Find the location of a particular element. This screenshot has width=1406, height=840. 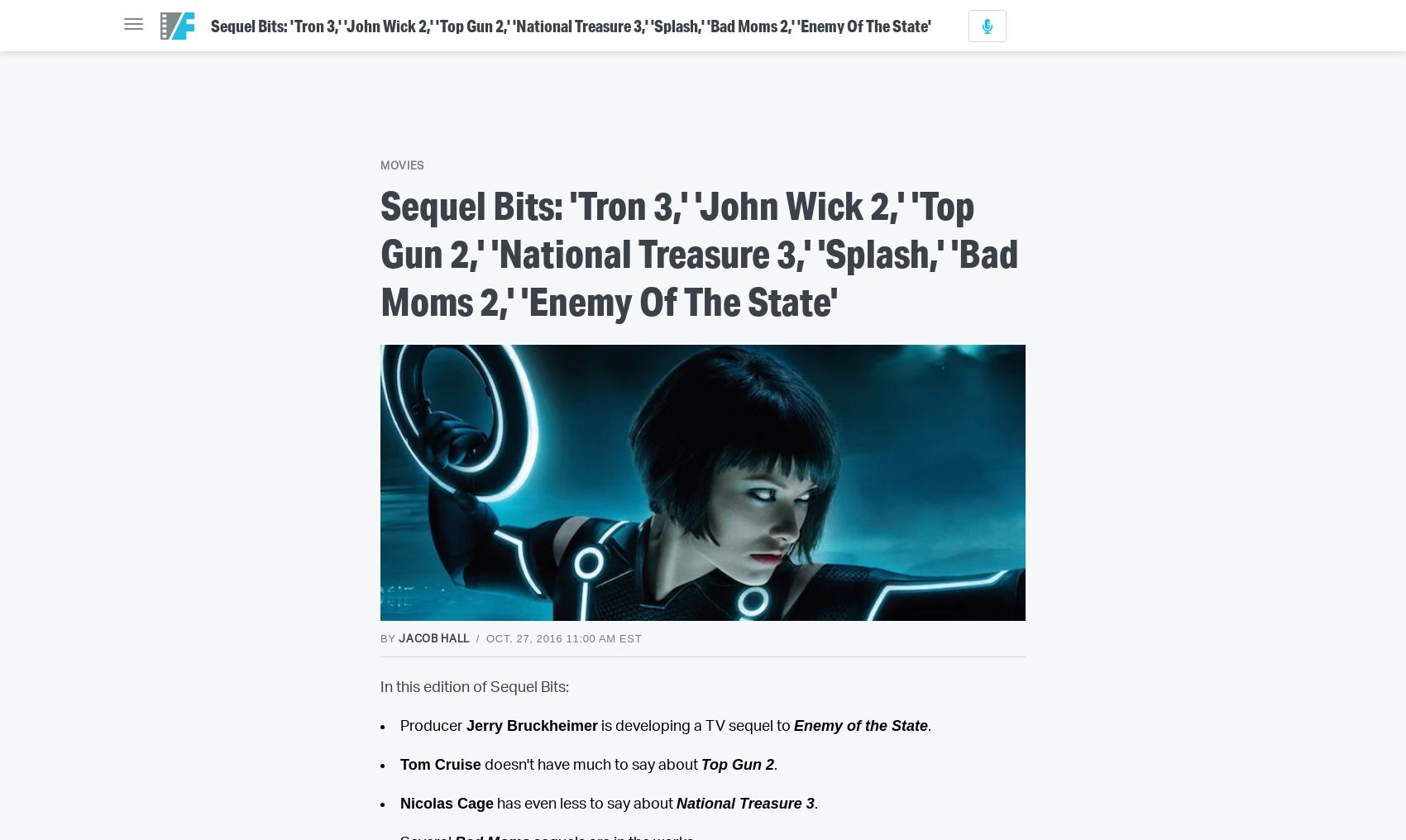

'doesn't have much to say about' is located at coordinates (591, 763).